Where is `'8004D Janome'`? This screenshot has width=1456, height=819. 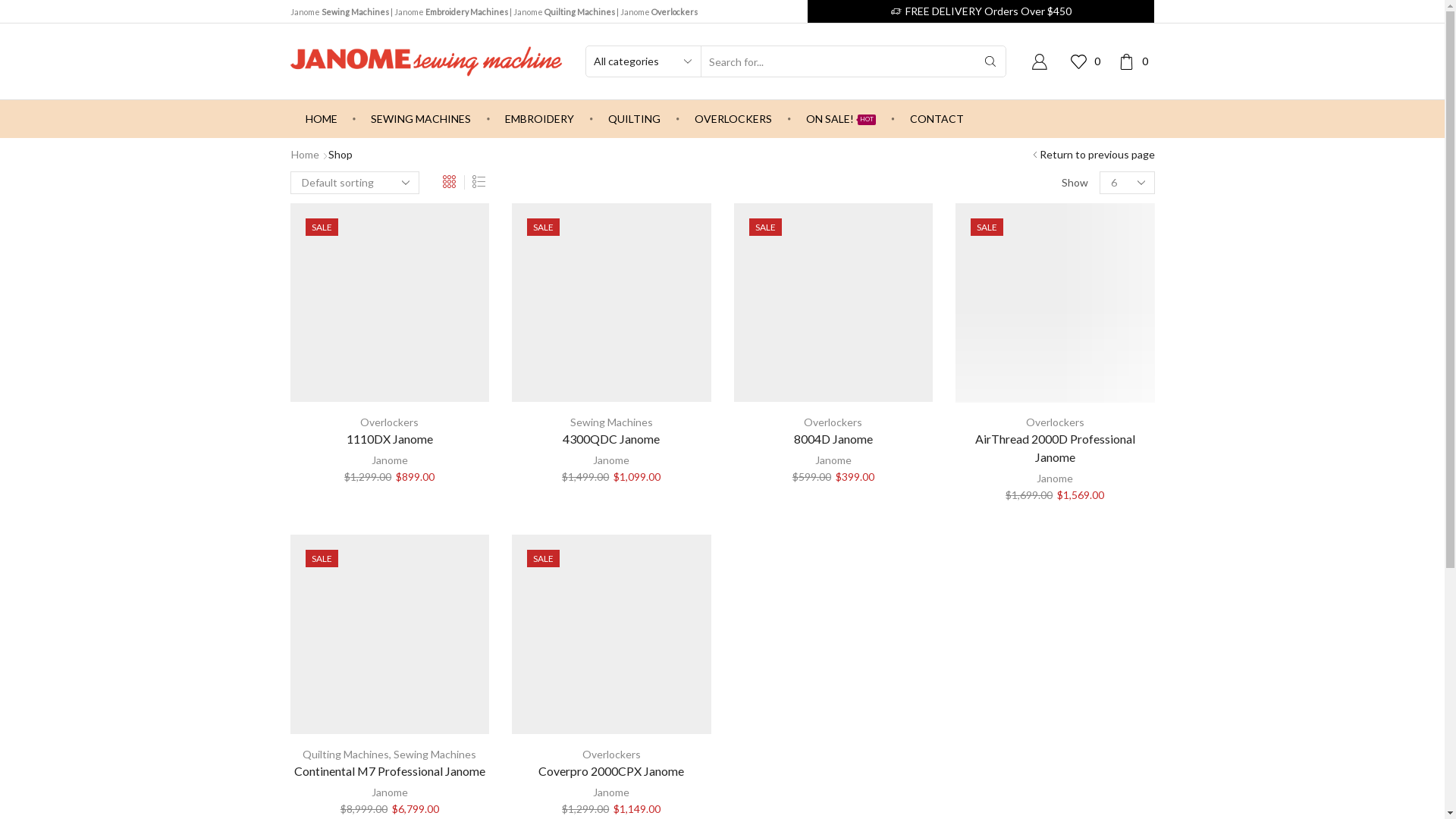 '8004D Janome' is located at coordinates (833, 438).